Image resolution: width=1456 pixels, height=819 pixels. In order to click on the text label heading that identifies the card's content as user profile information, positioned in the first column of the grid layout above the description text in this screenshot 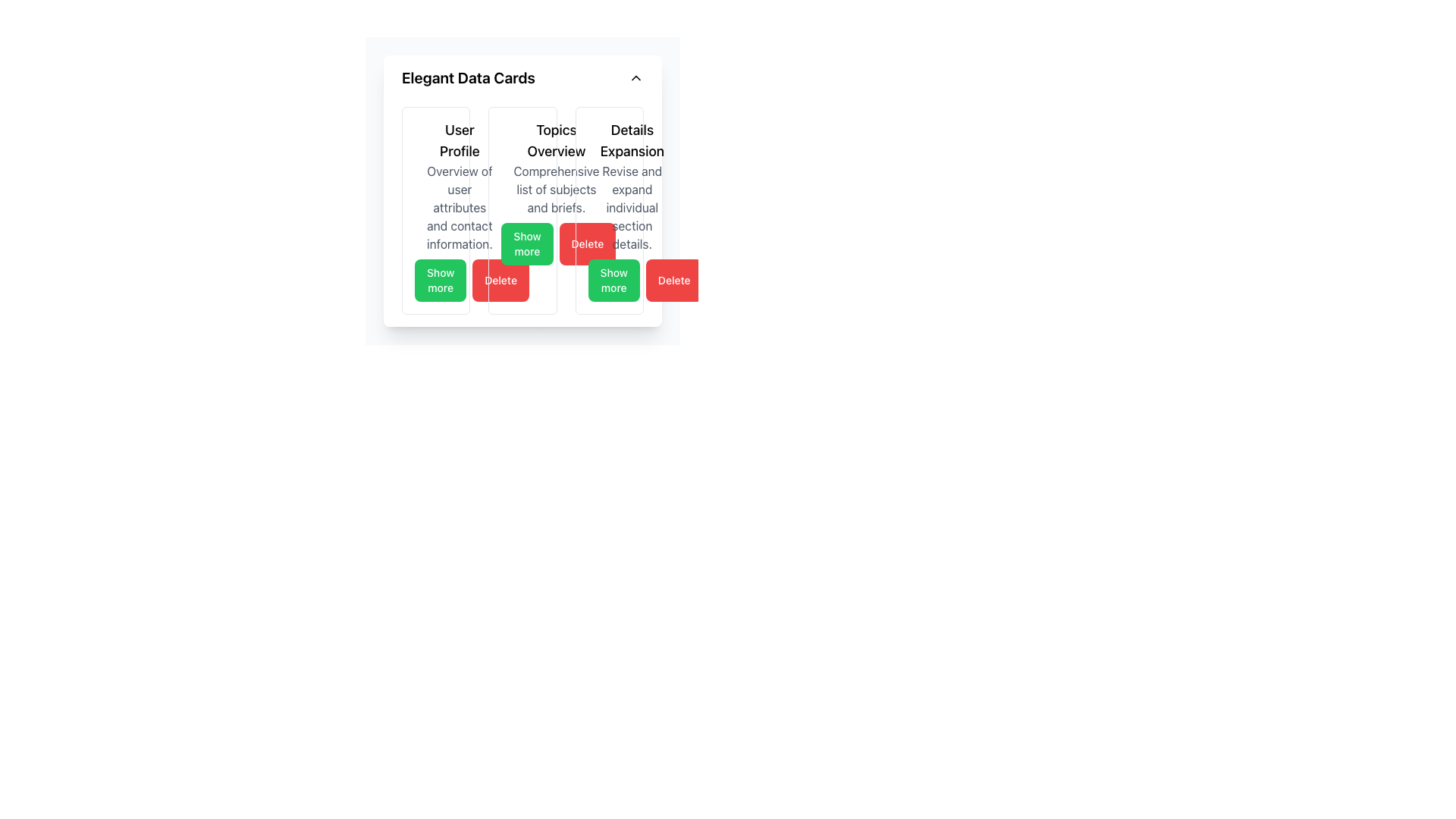, I will do `click(459, 140)`.